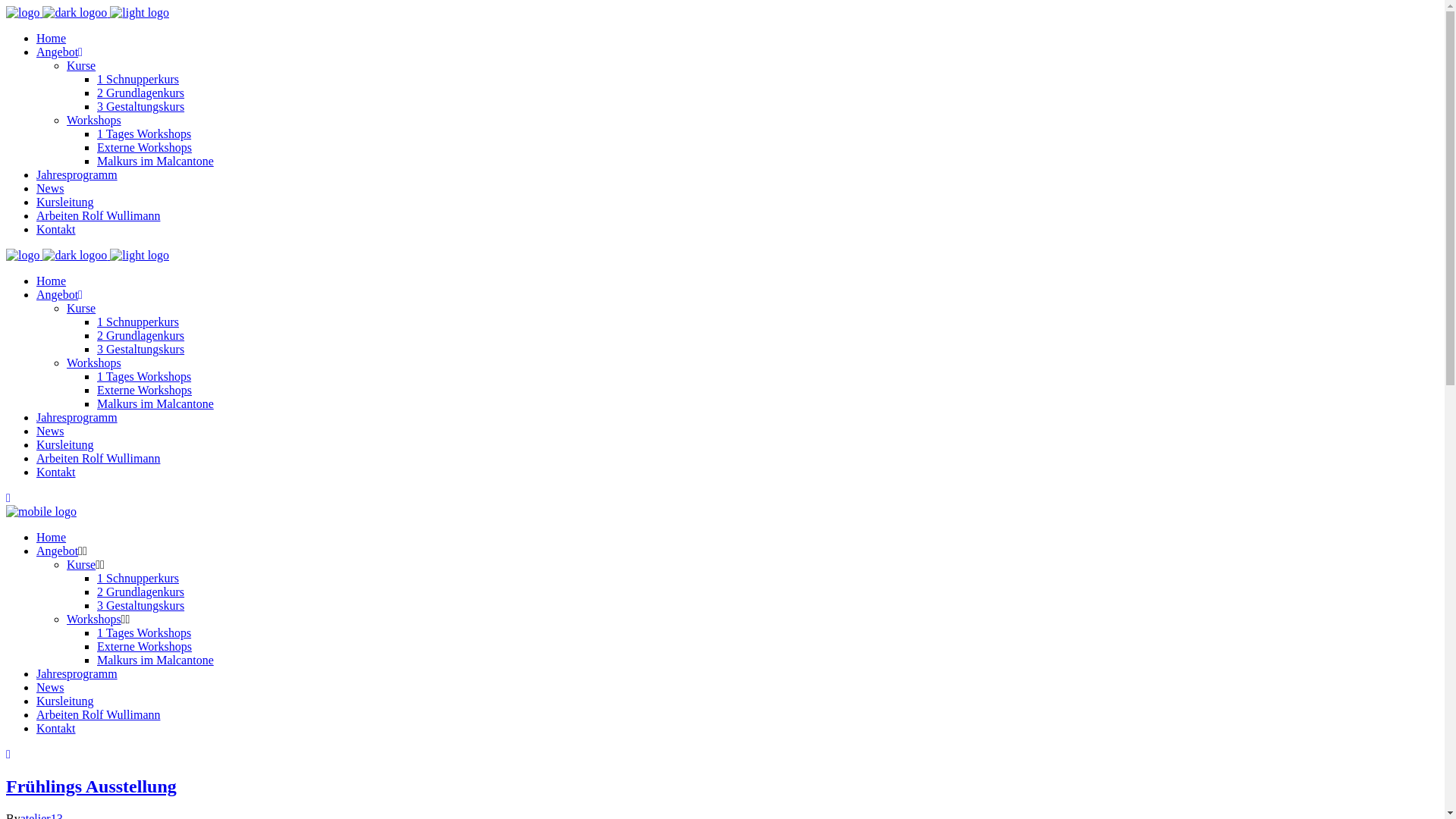  I want to click on 'Kursleitung', so click(64, 444).